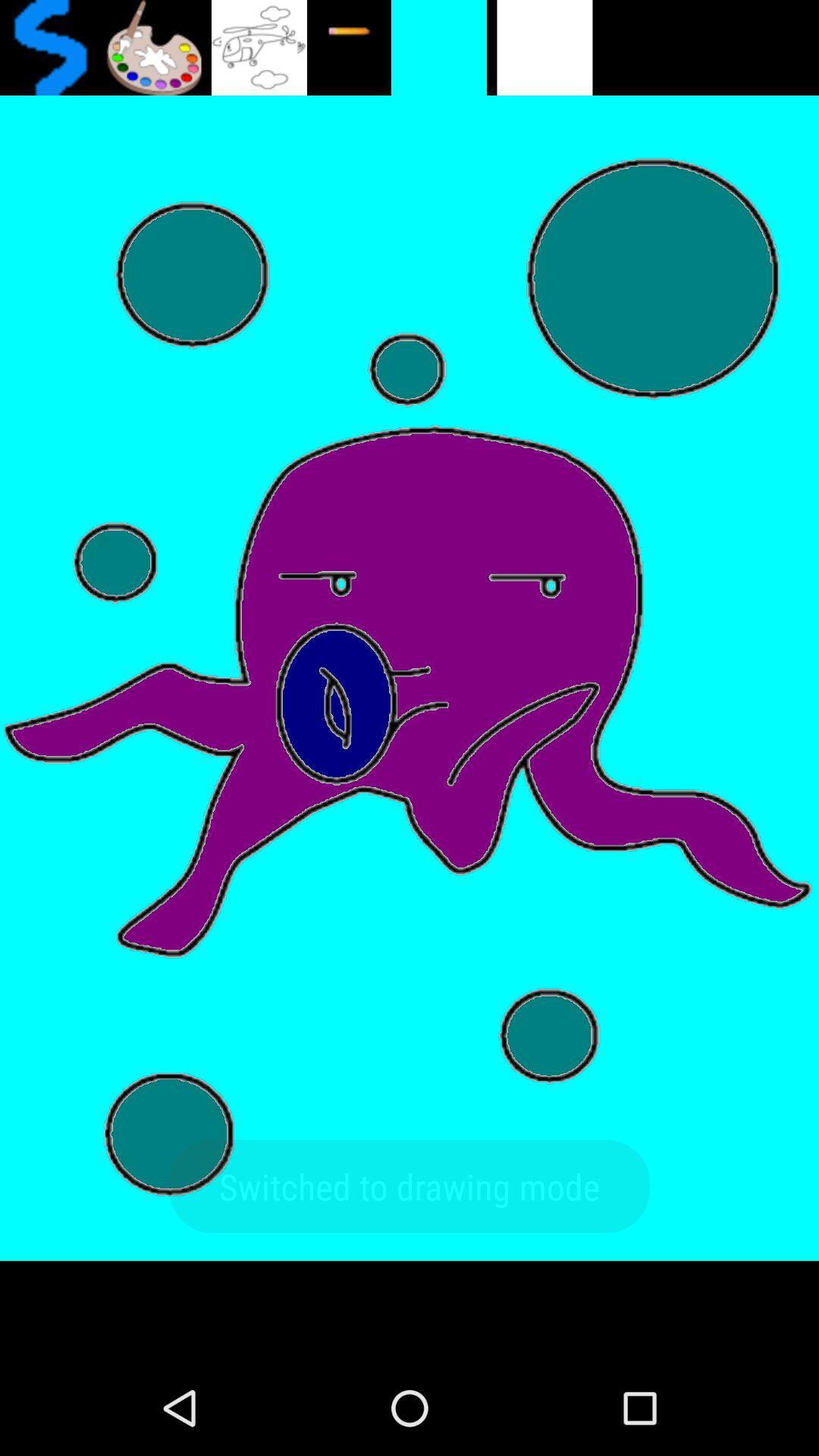 The width and height of the screenshot is (819, 1456). I want to click on colour page, so click(153, 47).